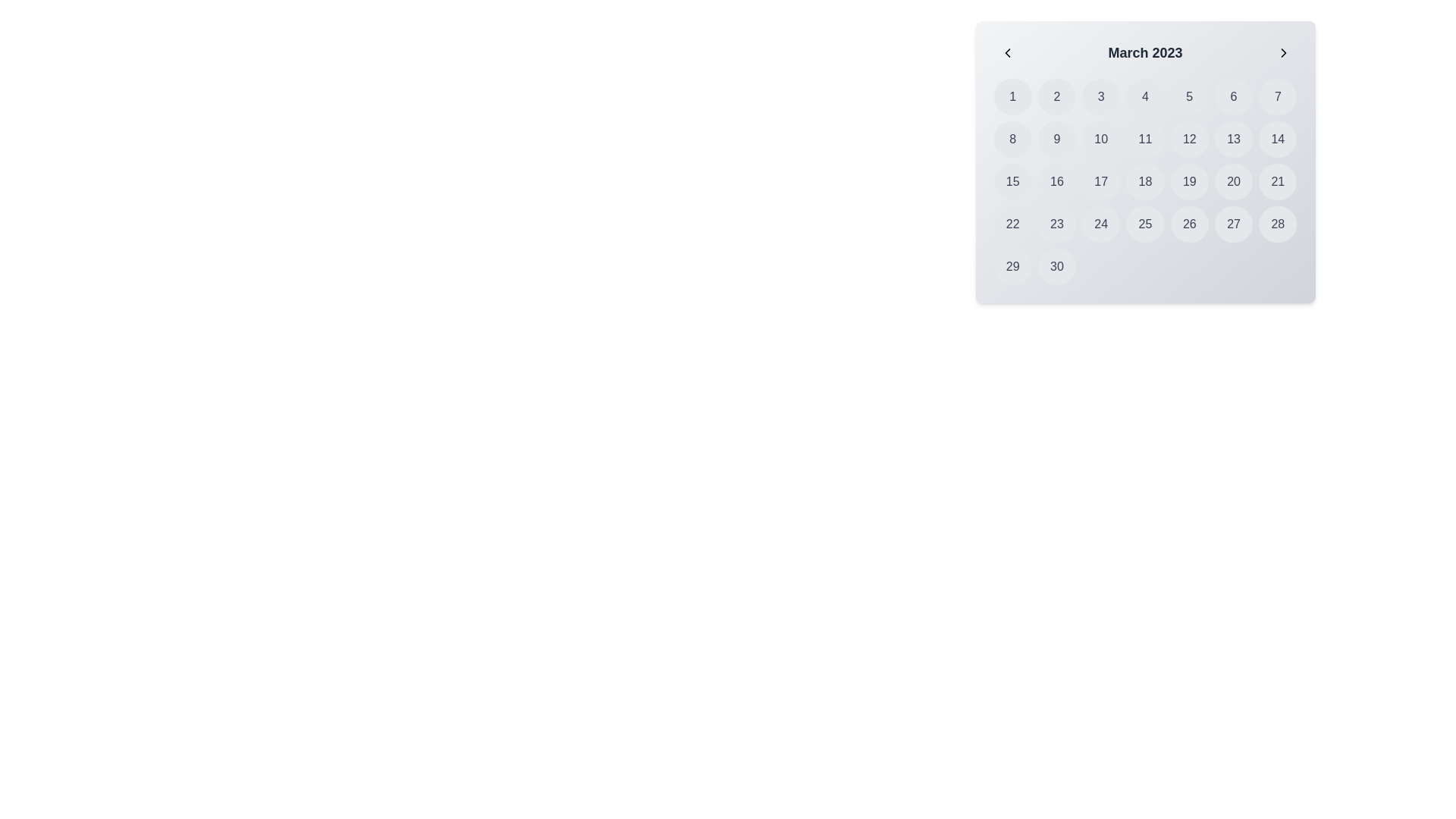 This screenshot has width=1456, height=819. Describe the element at coordinates (1145, 140) in the screenshot. I see `the button representing a selectable day in the calendar view located in the second row and fourth column` at that location.